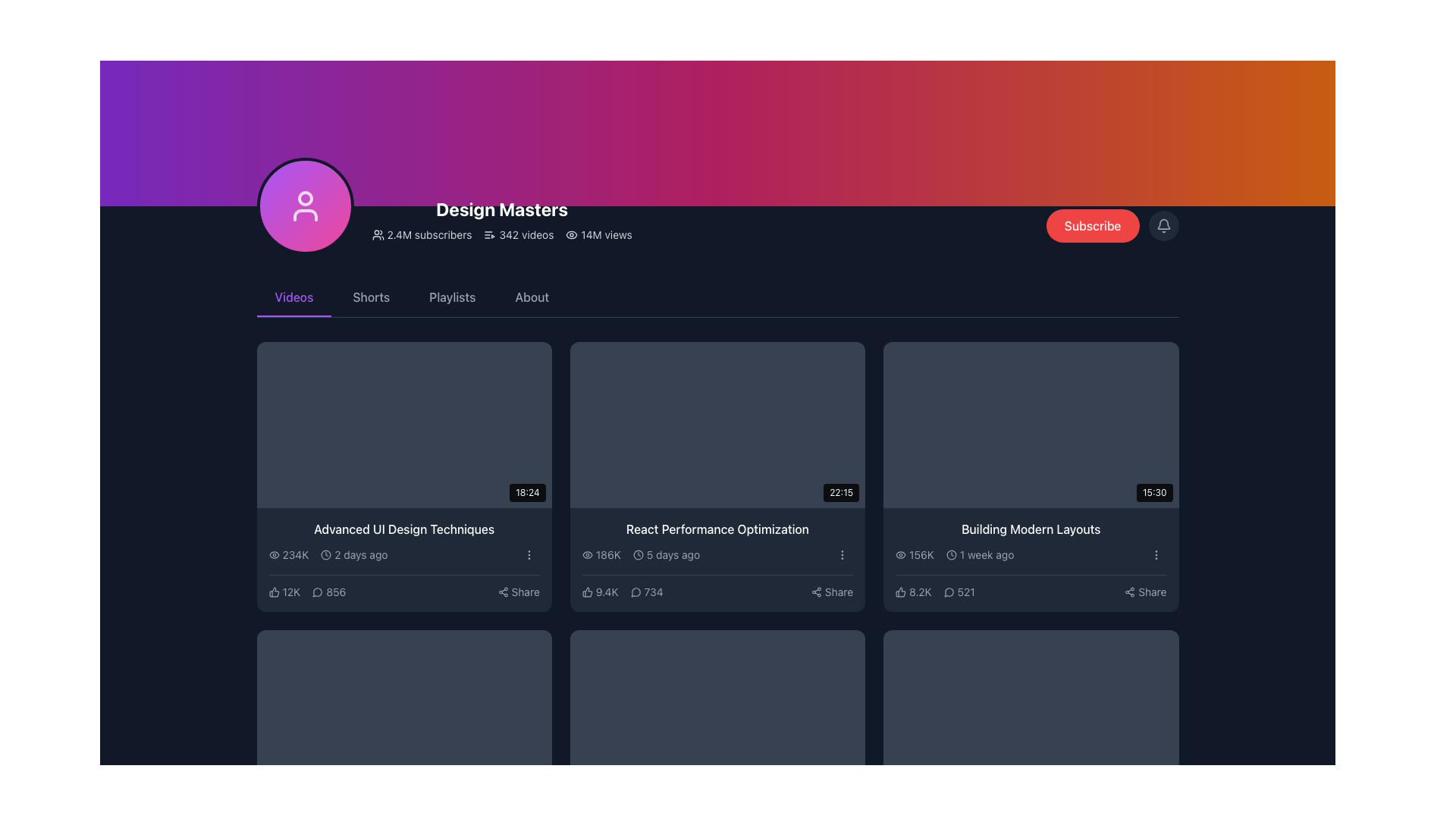 This screenshot has height=819, width=1456. What do you see at coordinates (304, 215) in the screenshot?
I see `the decorative graphical element, which is a curved line segment resembling a semicircle, located centrally within the user profile icon area` at bounding box center [304, 215].